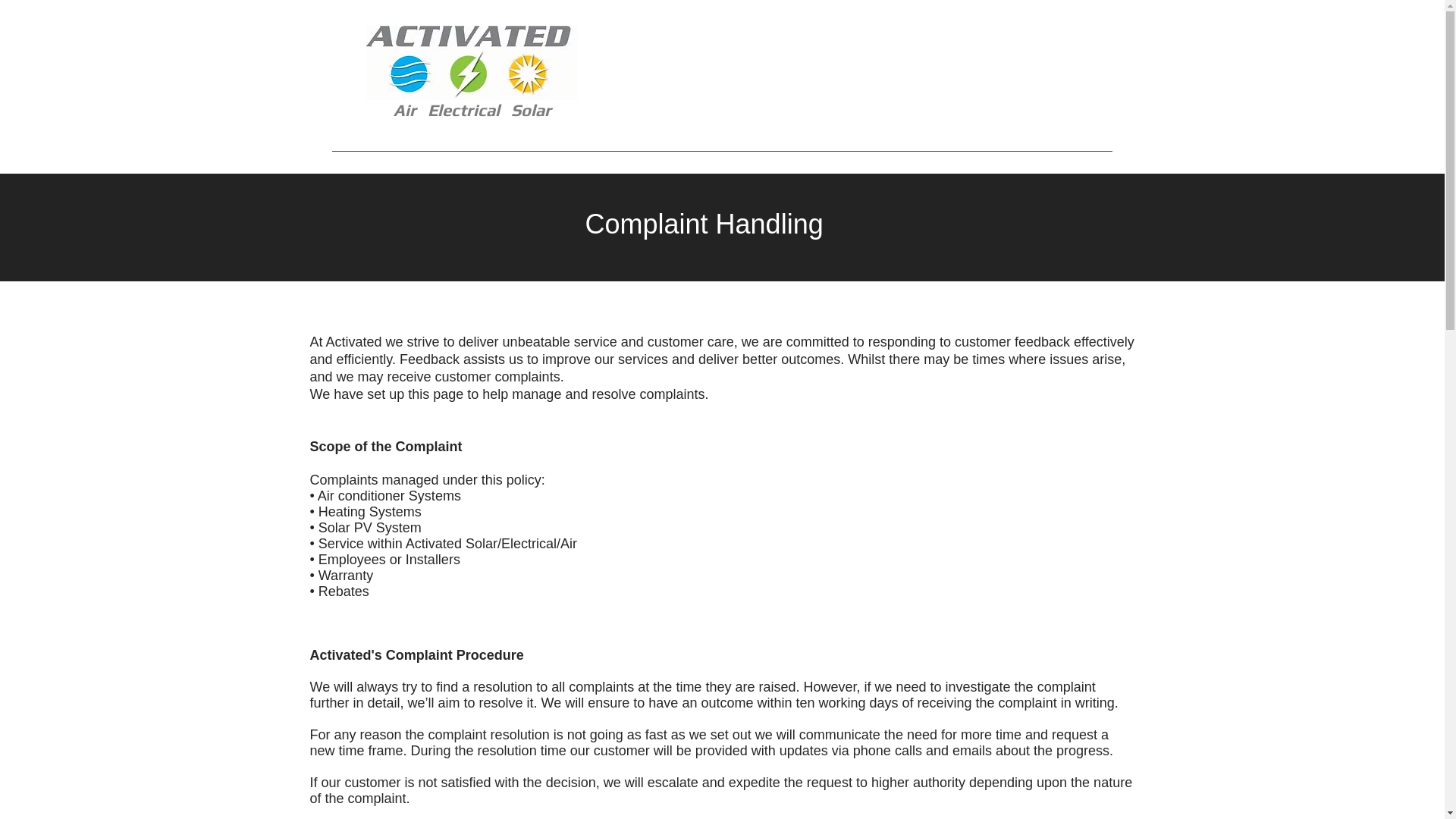 The image size is (1456, 819). Describe the element at coordinates (1019, 75) in the screenshot. I see `'Call Now'` at that location.